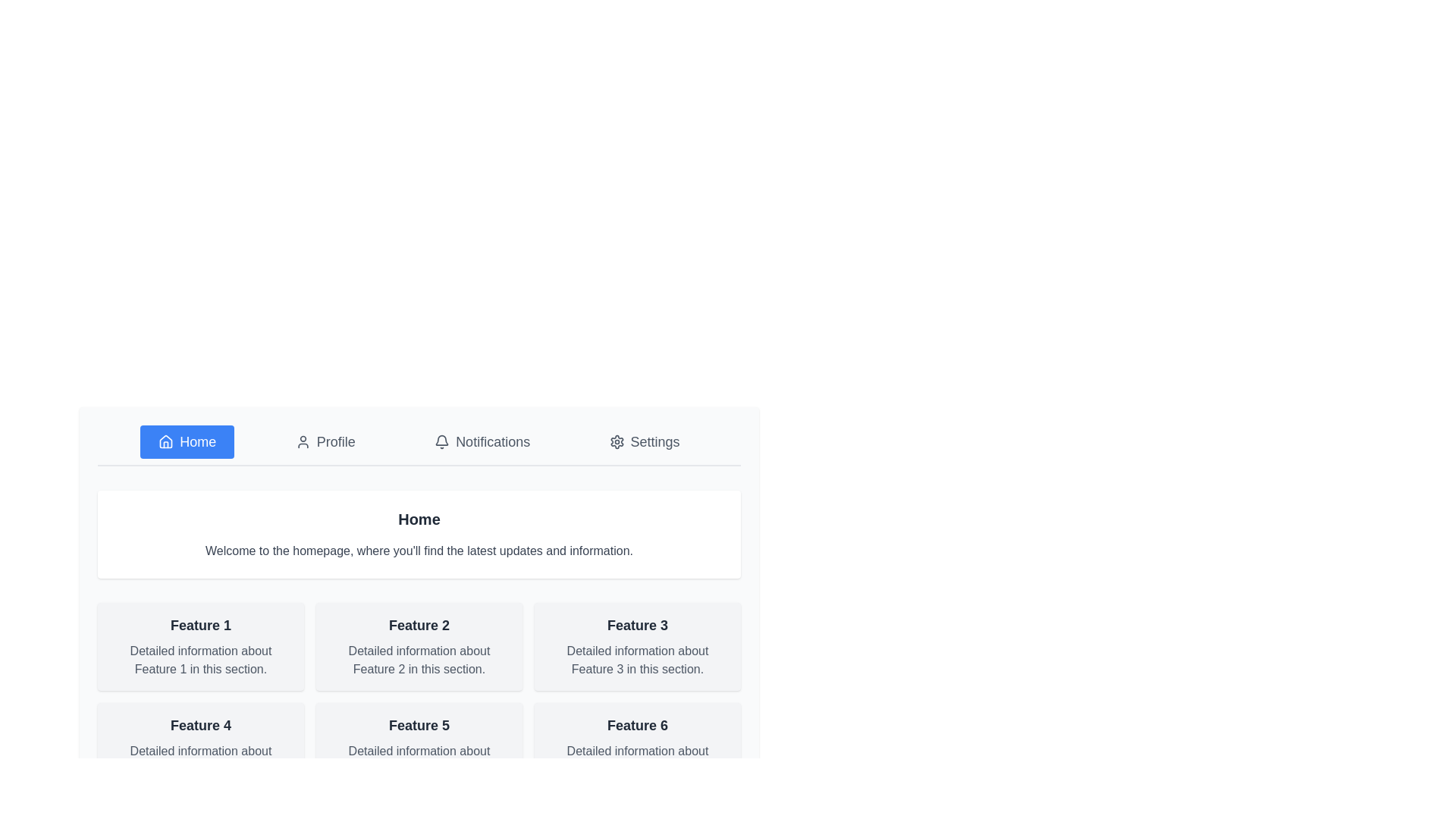 The height and width of the screenshot is (819, 1456). Describe the element at coordinates (441, 441) in the screenshot. I see `the notifications icon located to the left of the 'Notifications' label in the navigation menu at the top of the interface` at that location.